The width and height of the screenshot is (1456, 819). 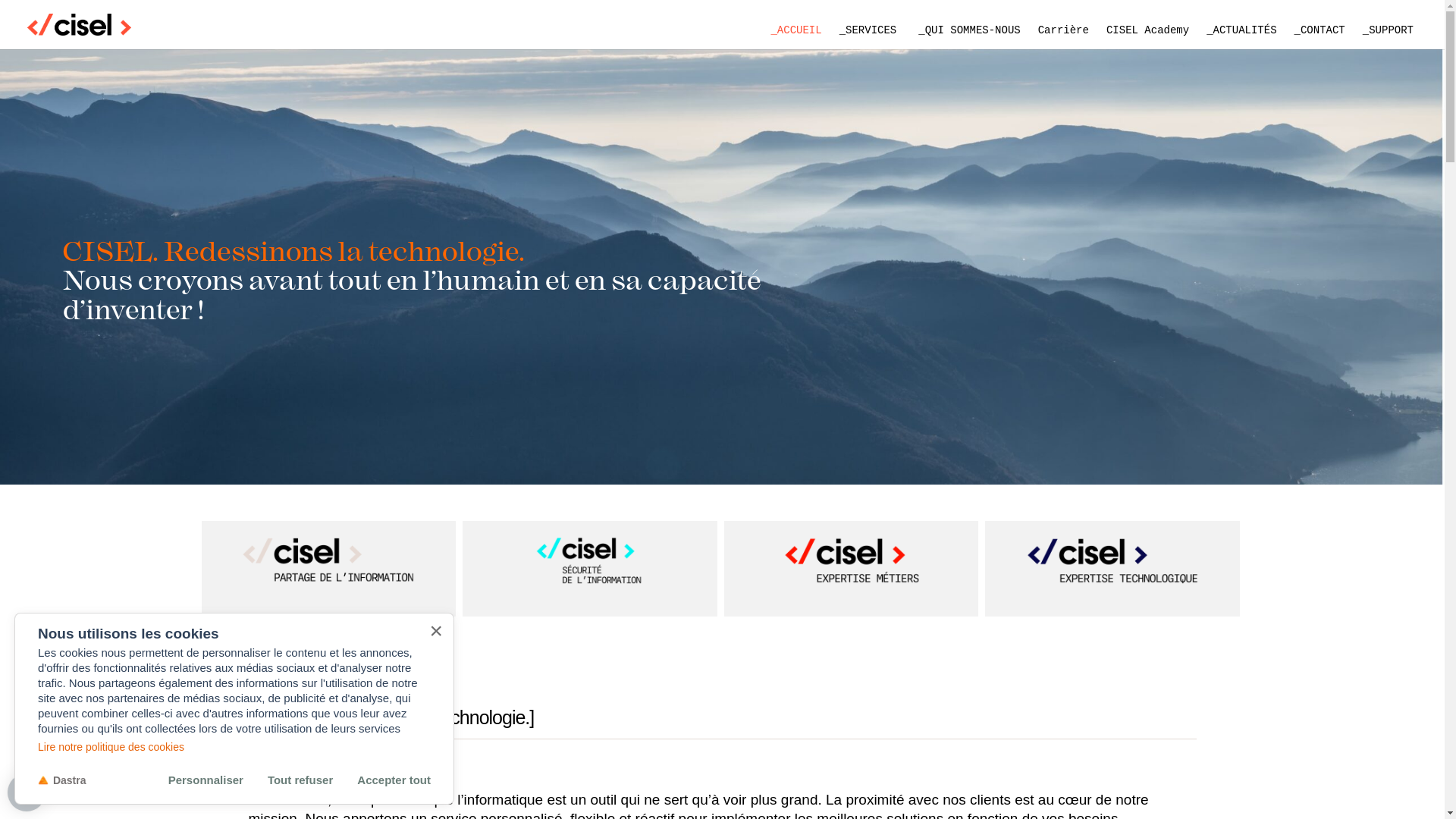 What do you see at coordinates (61, 779) in the screenshot?
I see `'Dastra'` at bounding box center [61, 779].